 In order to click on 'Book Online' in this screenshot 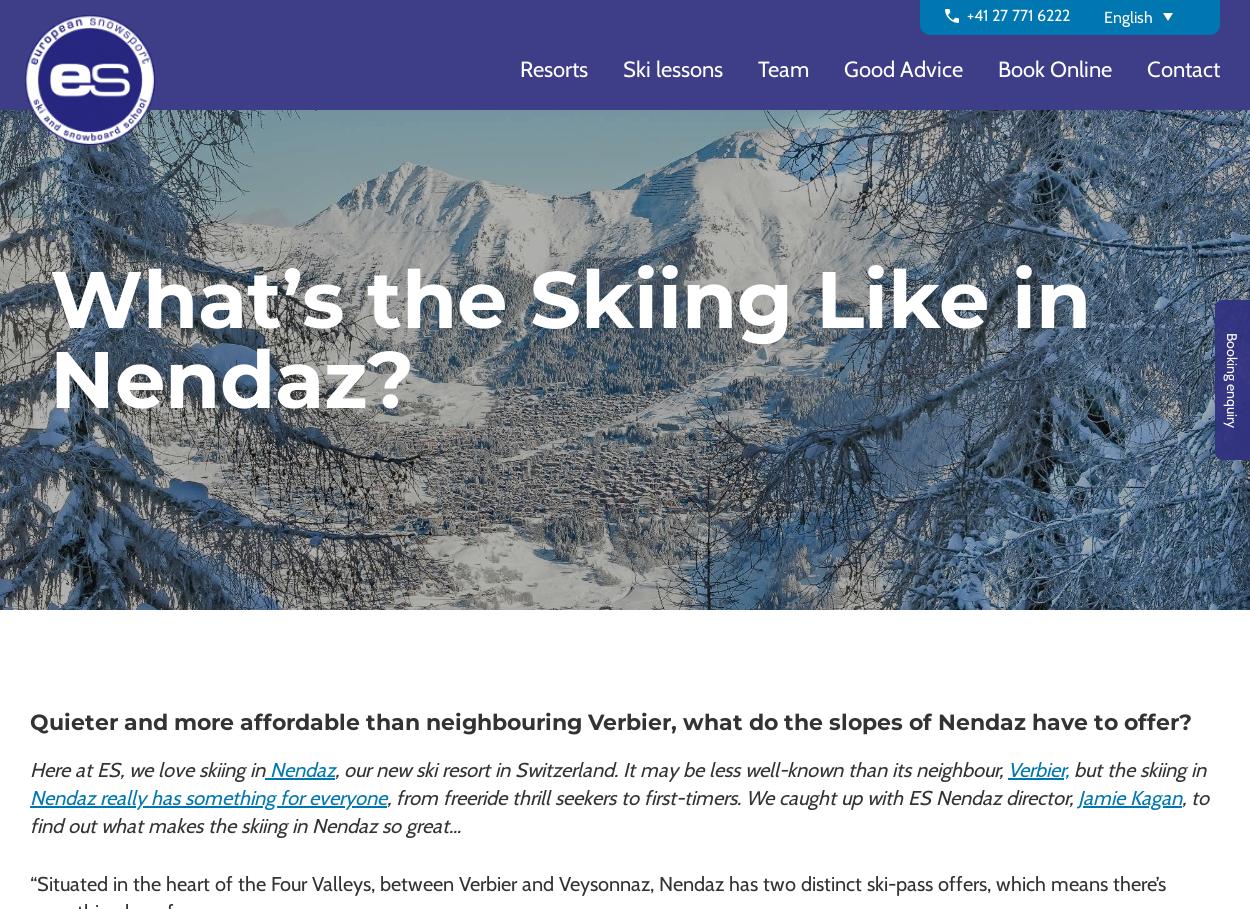, I will do `click(1055, 69)`.